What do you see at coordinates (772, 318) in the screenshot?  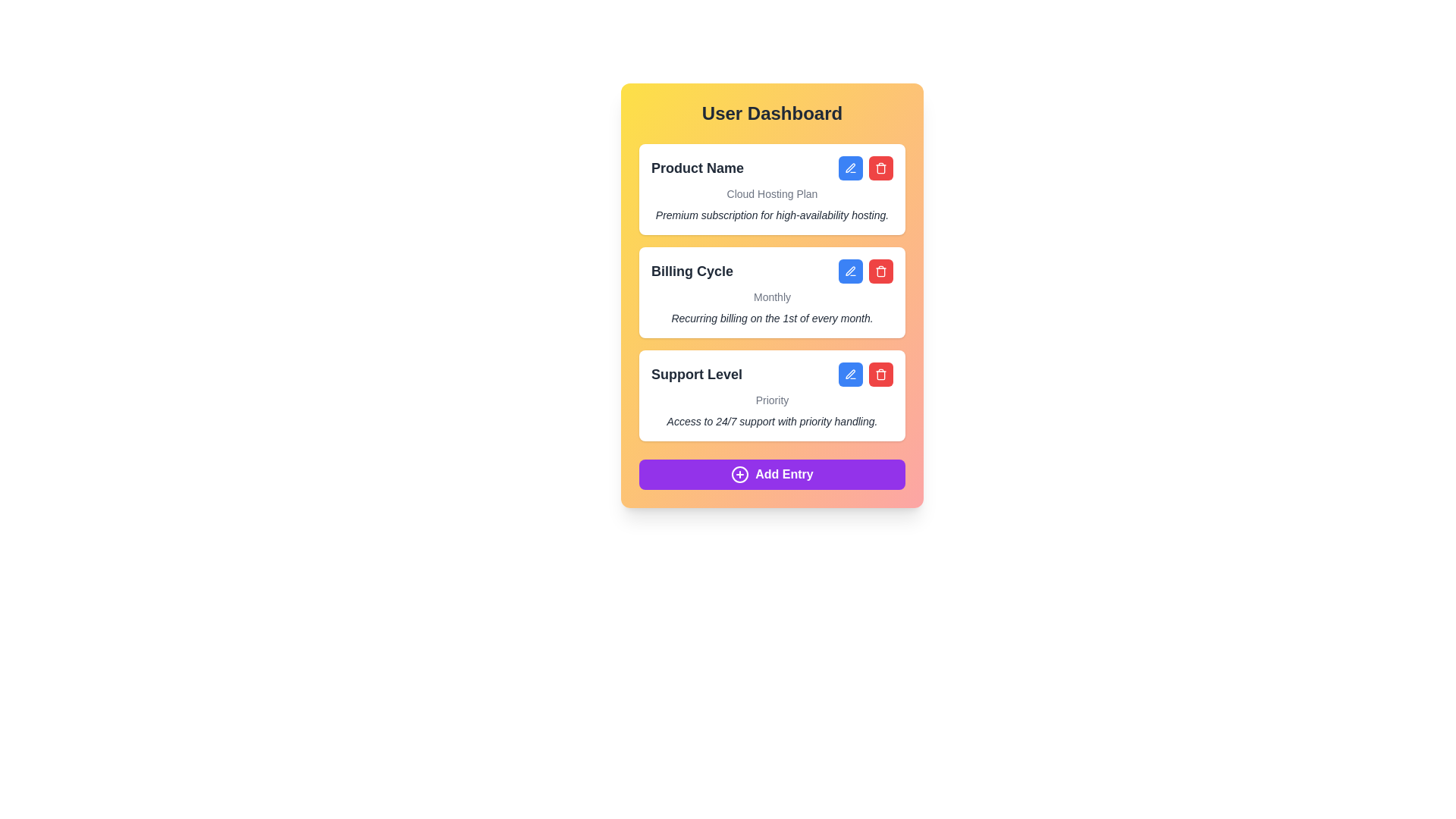 I see `the static text label that states 'Recurring billing on the 1st of every month', which is located under the 'Monthly' label in the 'Billing Cycle' section` at bounding box center [772, 318].